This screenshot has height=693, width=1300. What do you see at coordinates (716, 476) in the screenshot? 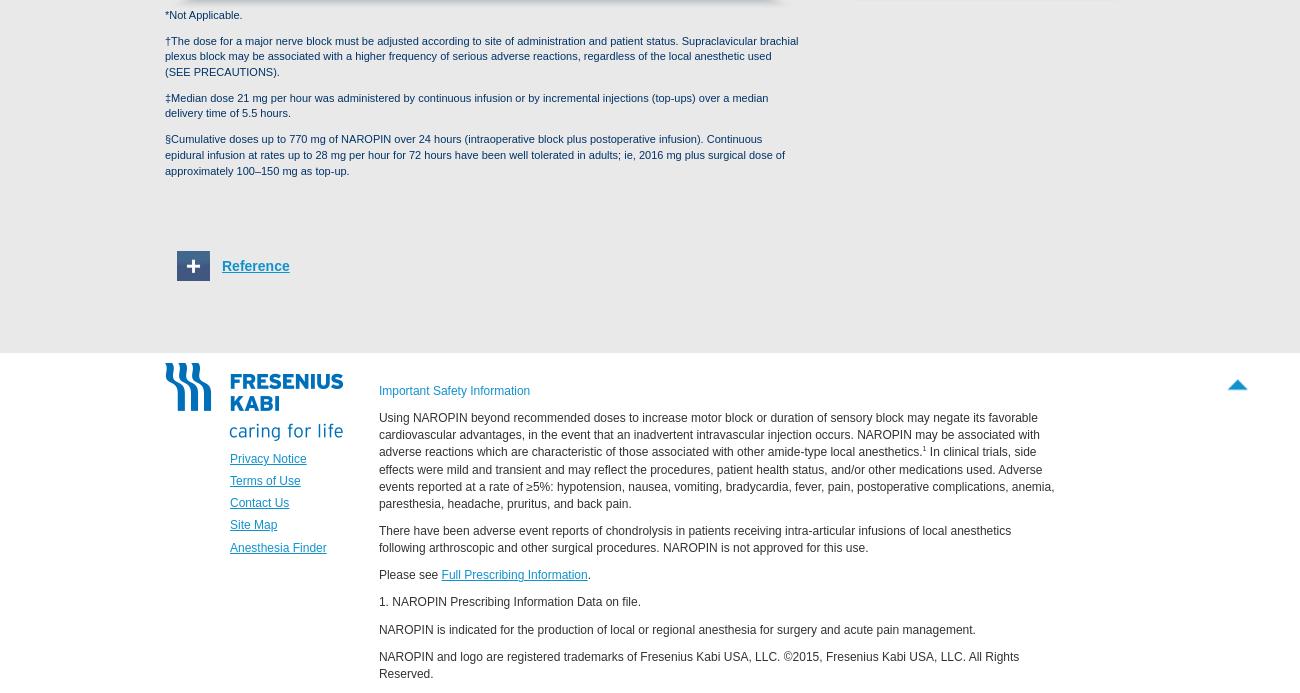
I see `'In clinical trials, side effects were mild and transient and may reflect the procedures, patient health status, and/or other medications used. Adverse events reported at a rate of ≥5%: hypotension, nausea, vomiting, bradycardia, fever, pain, postoperative complications, anemia, paresthesia, headache, pruritus, and back pain.'` at bounding box center [716, 476].